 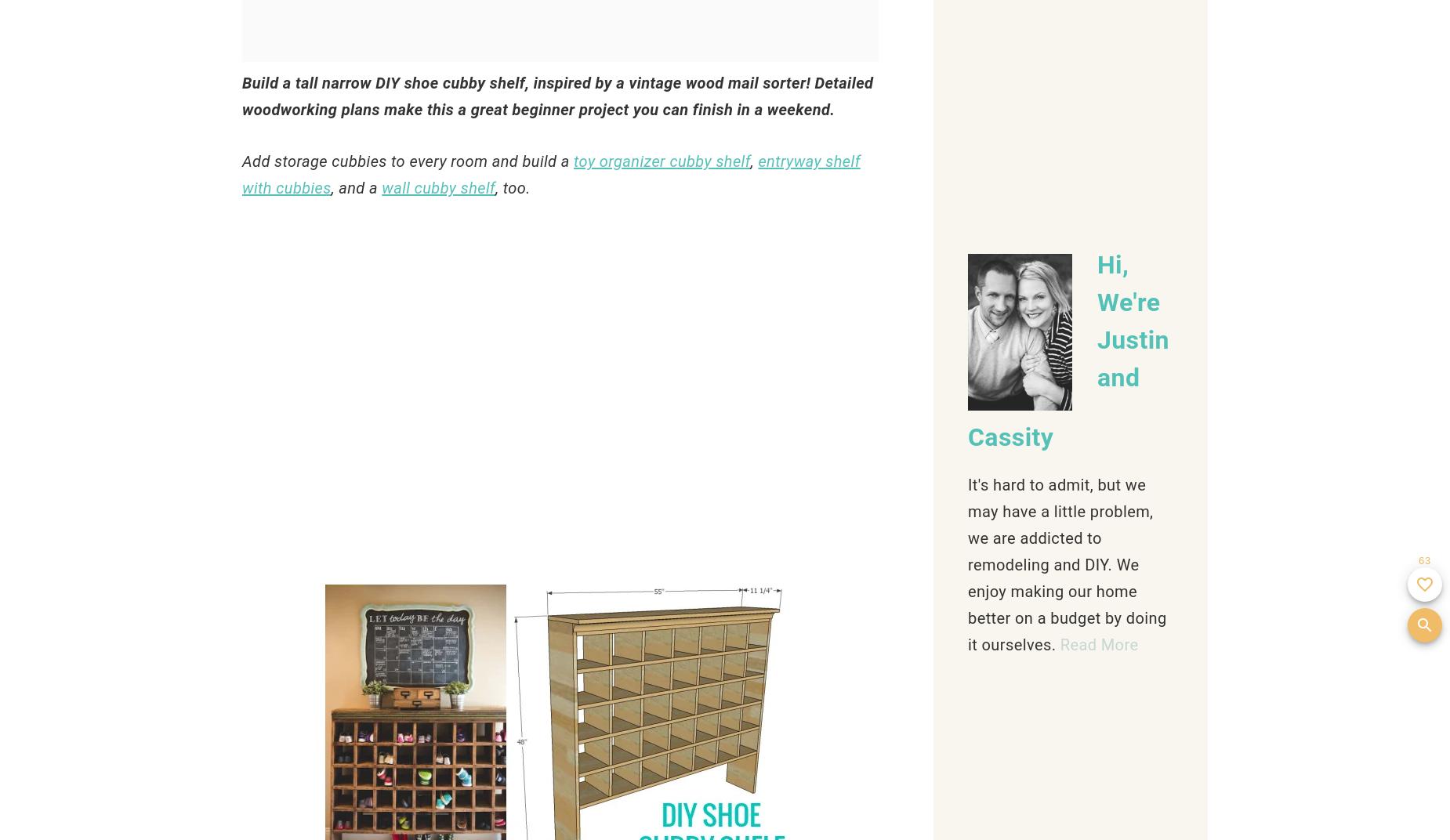 What do you see at coordinates (514, 188) in the screenshot?
I see `', too.'` at bounding box center [514, 188].